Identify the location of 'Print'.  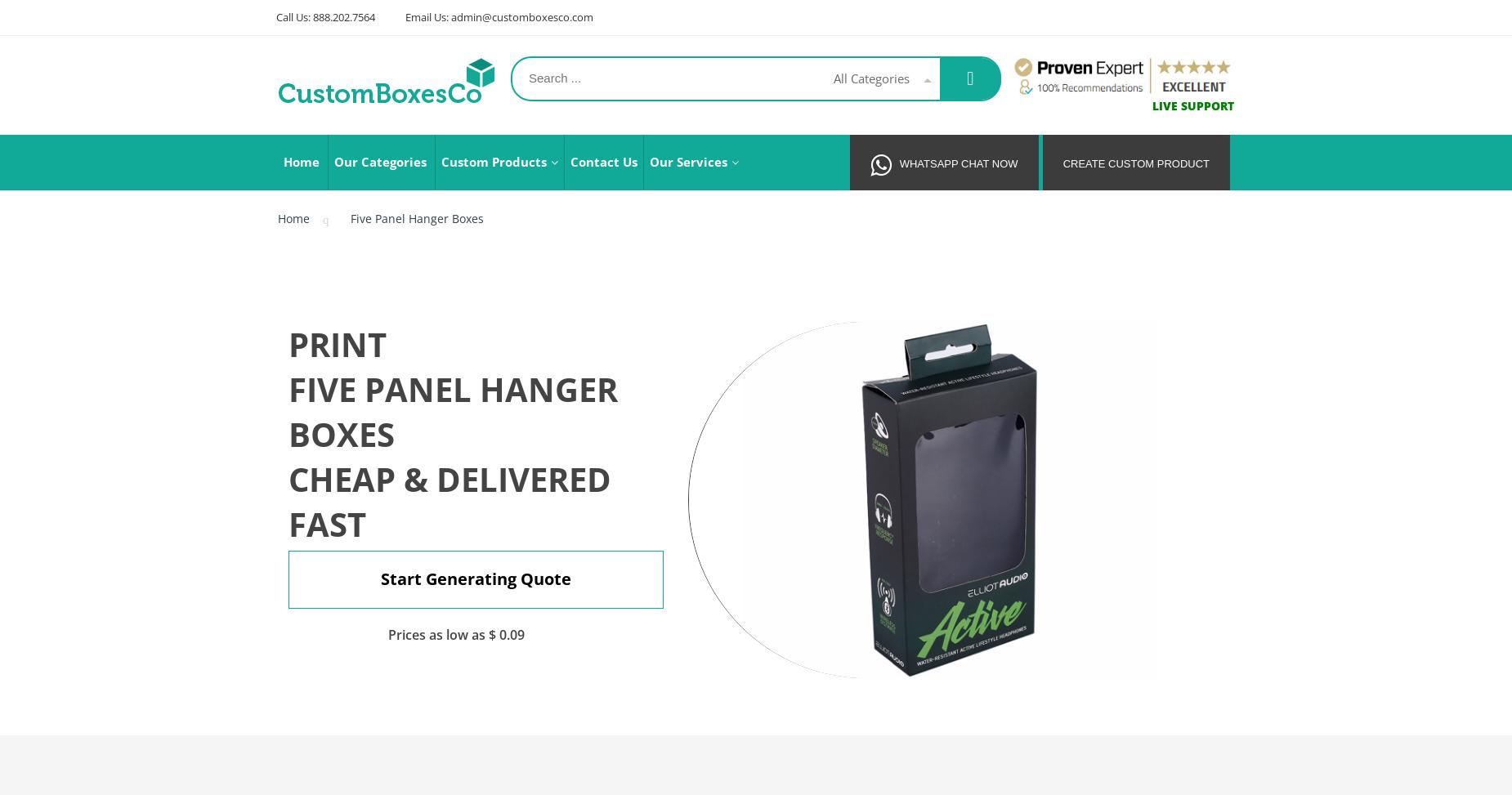
(336, 344).